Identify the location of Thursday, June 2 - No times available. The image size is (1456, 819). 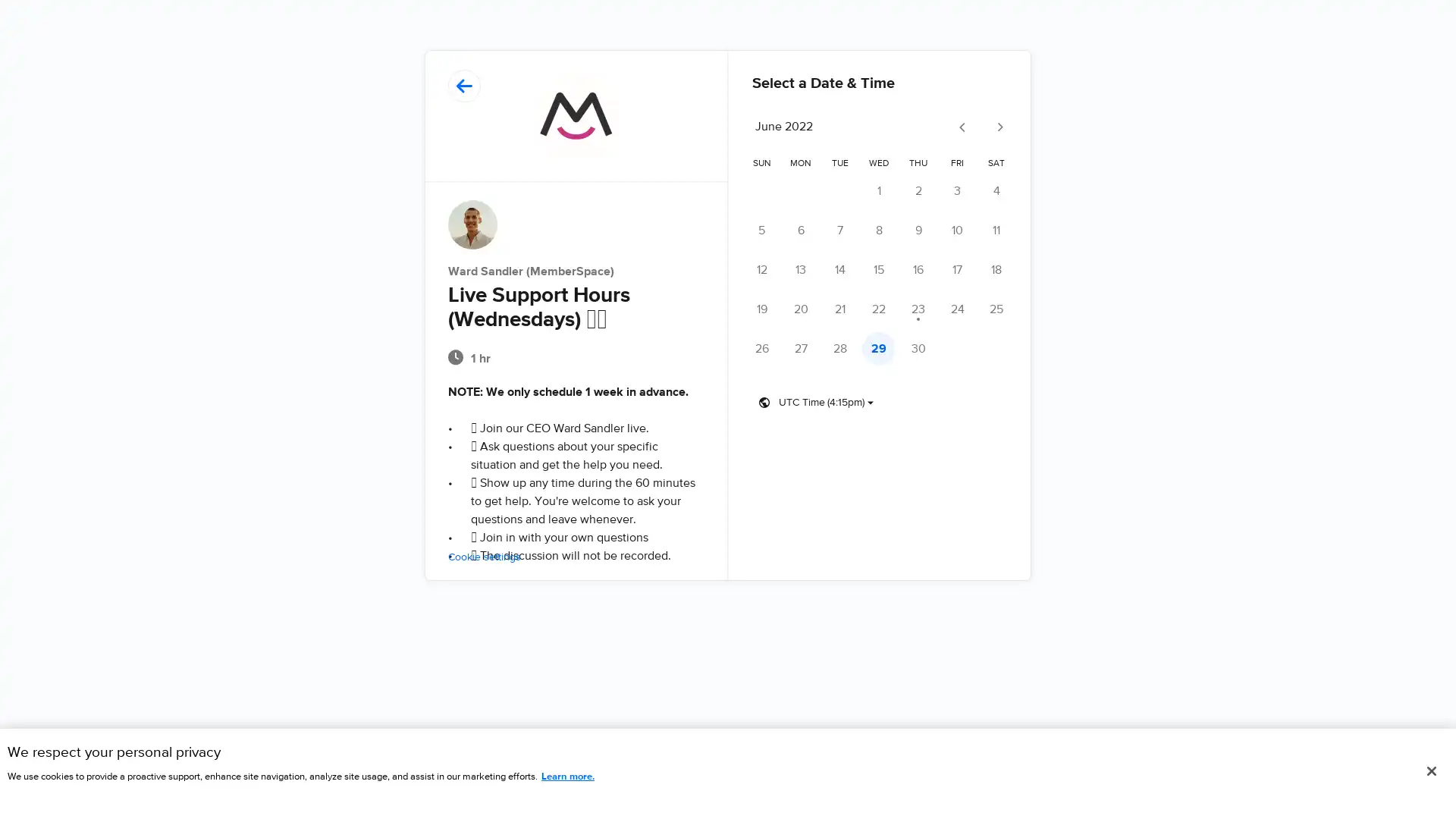
(917, 190).